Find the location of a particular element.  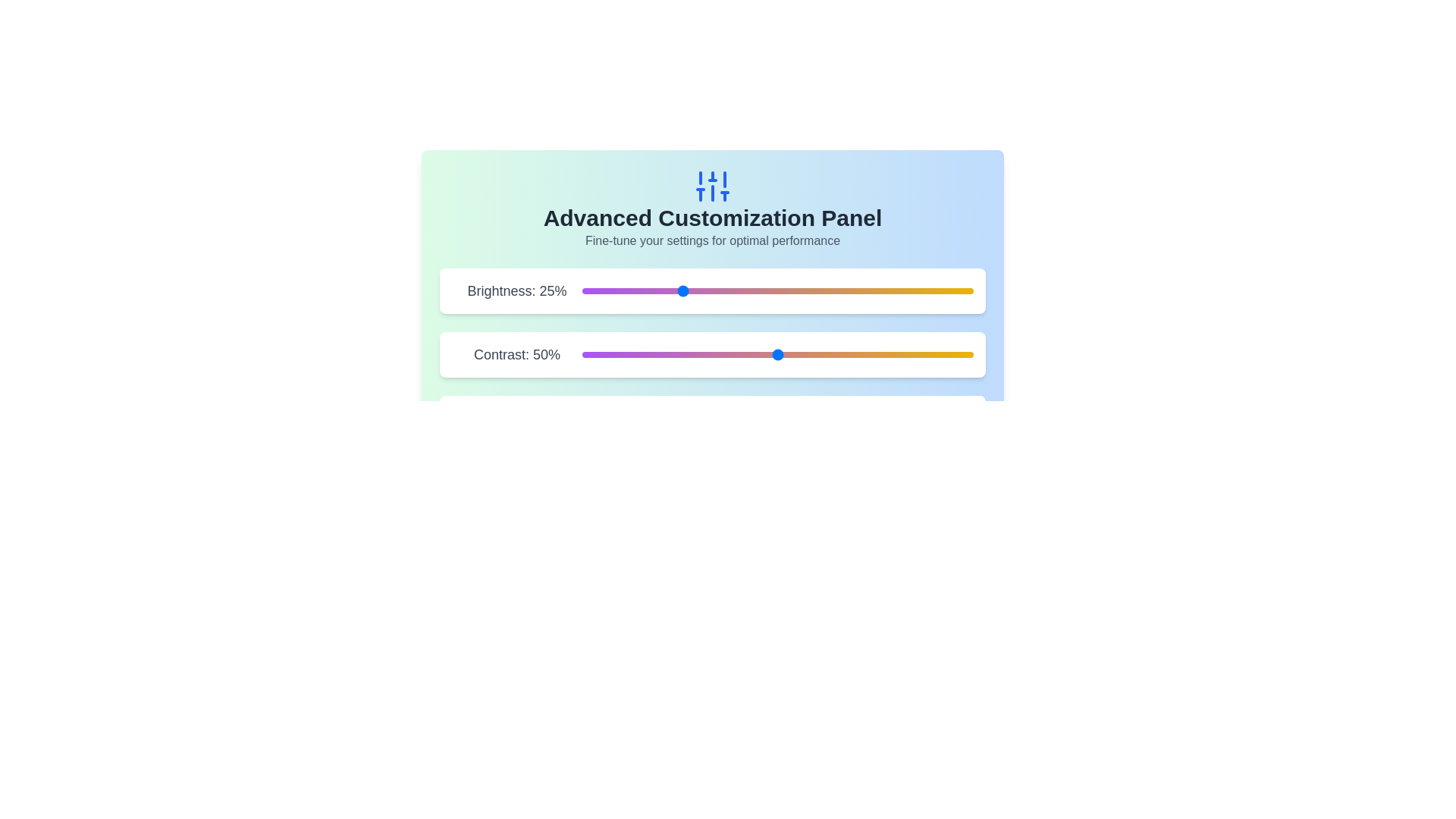

the brightness slider to 61% is located at coordinates (820, 291).